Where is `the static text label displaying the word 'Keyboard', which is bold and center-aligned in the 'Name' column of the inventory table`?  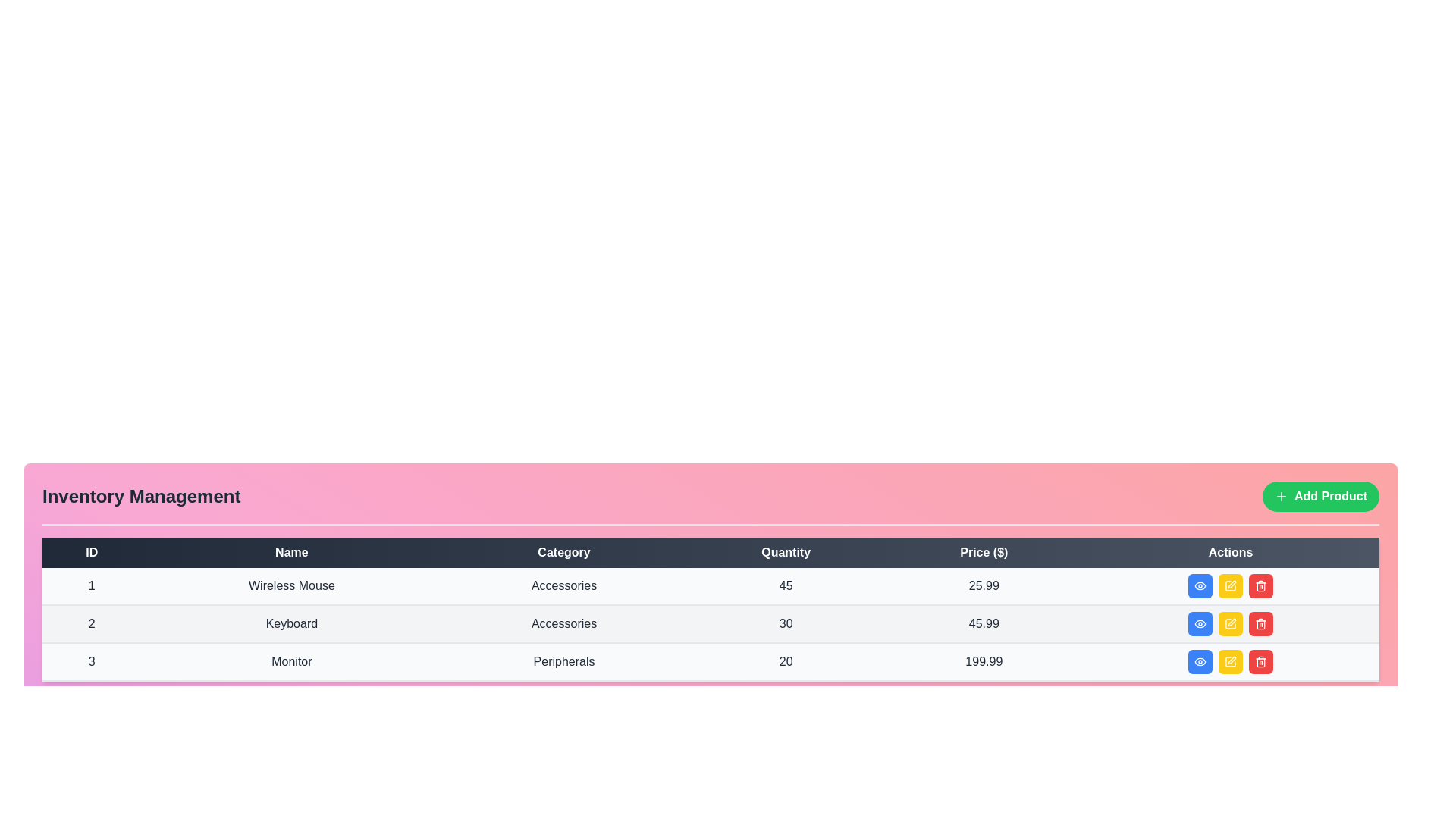
the static text label displaying the word 'Keyboard', which is bold and center-aligned in the 'Name' column of the inventory table is located at coordinates (291, 623).